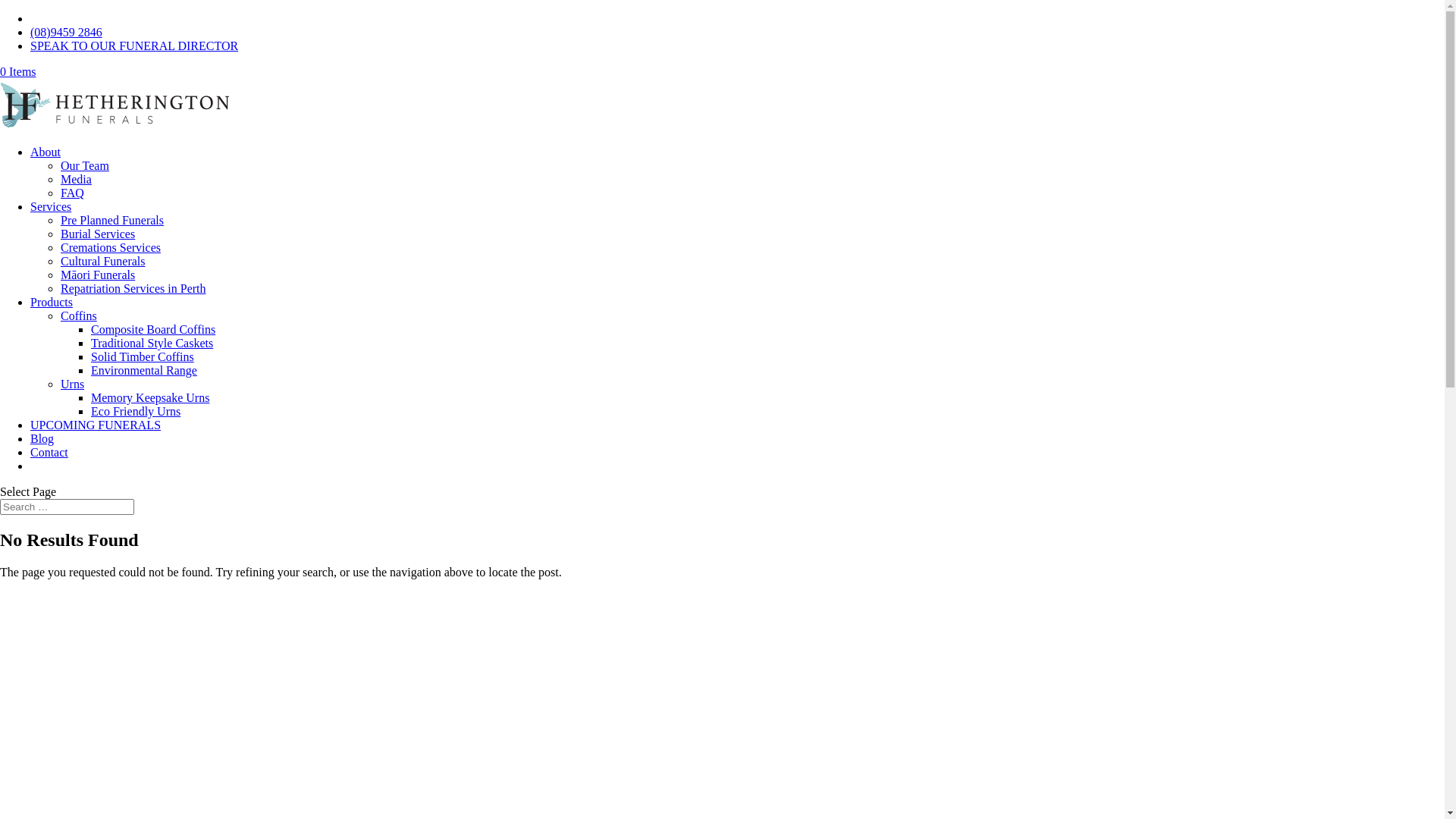  What do you see at coordinates (75, 178) in the screenshot?
I see `'Media'` at bounding box center [75, 178].